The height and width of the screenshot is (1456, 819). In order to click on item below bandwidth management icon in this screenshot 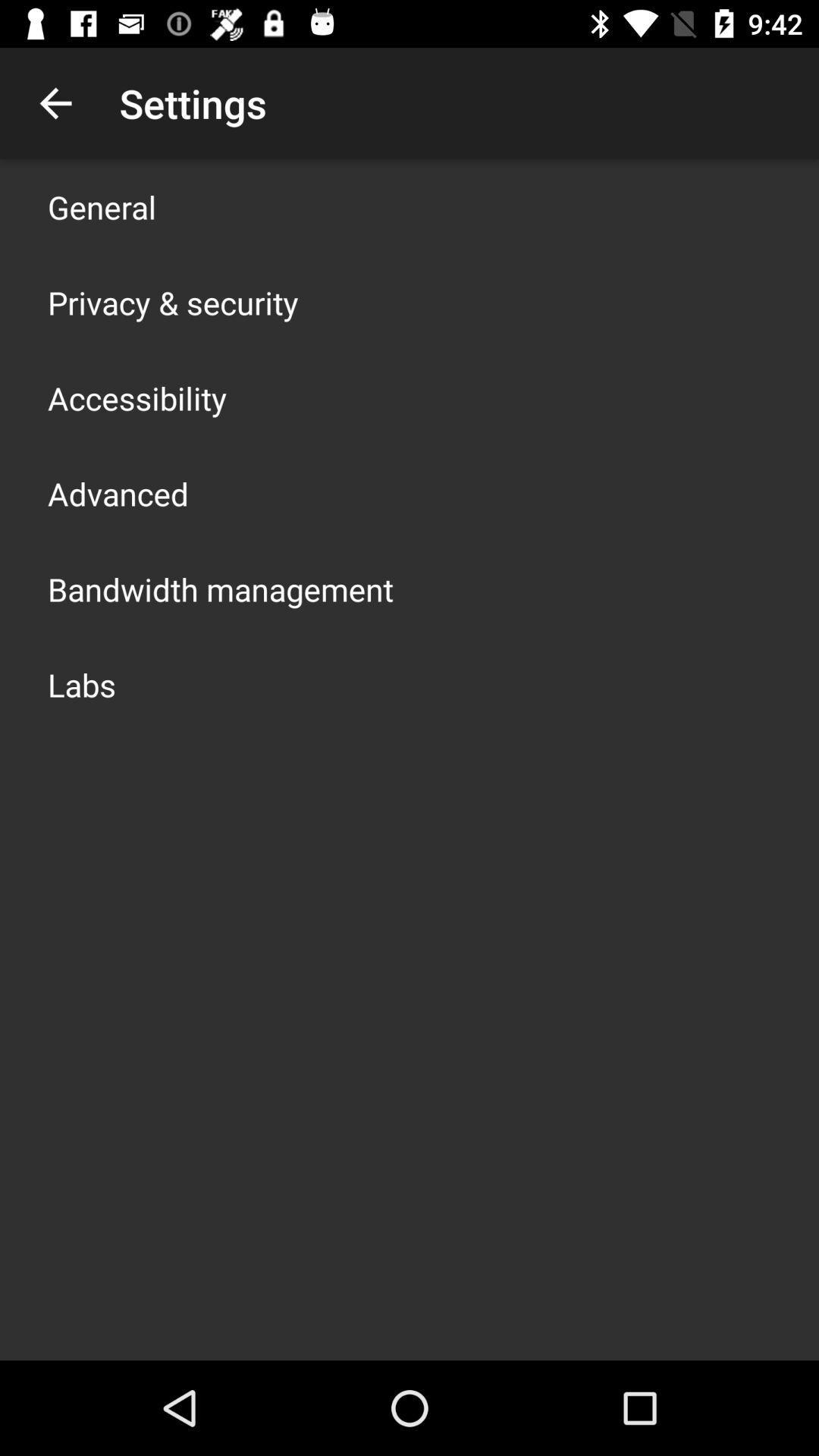, I will do `click(82, 683)`.